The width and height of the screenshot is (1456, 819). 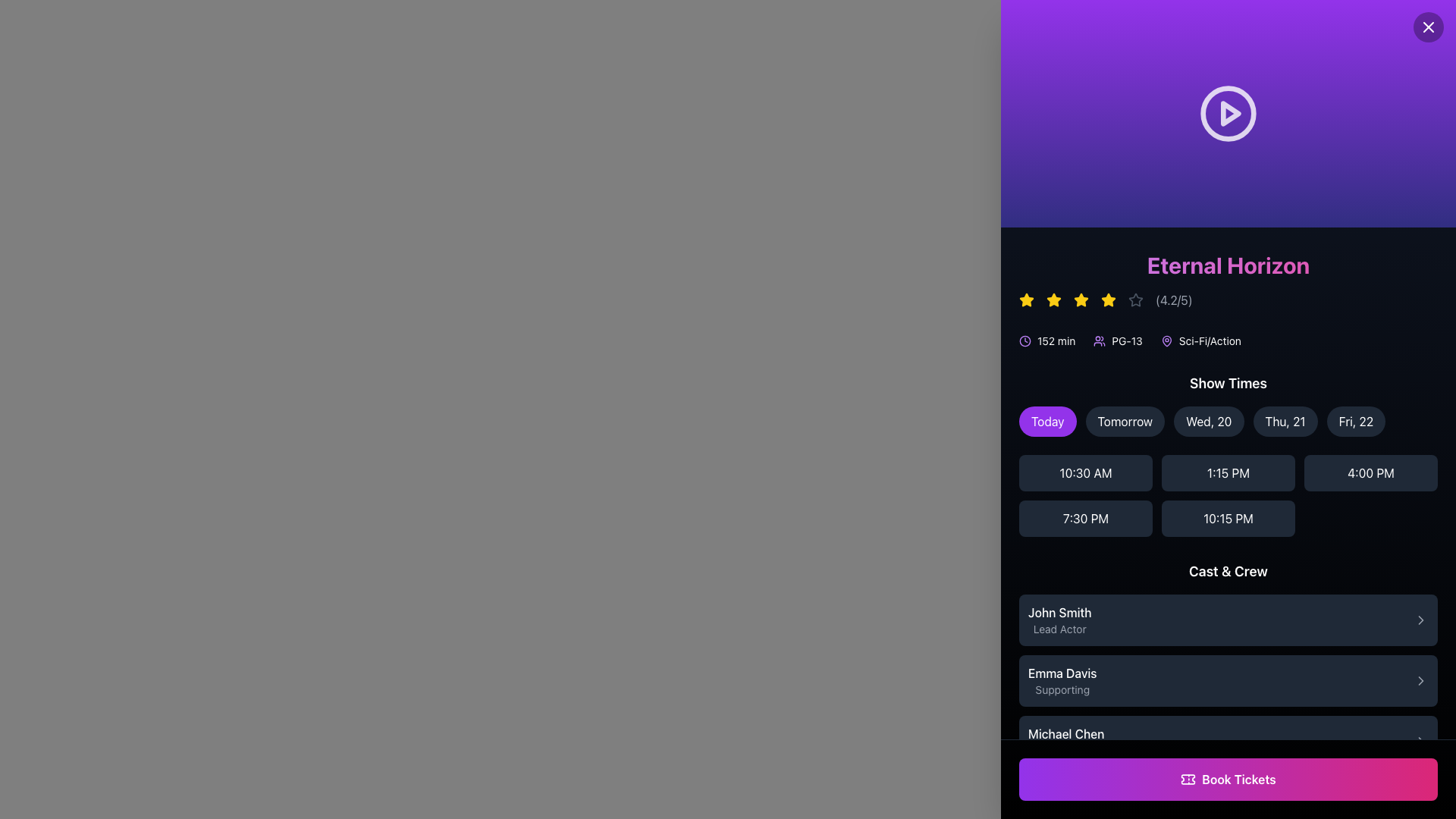 I want to click on the button labeled 'Wed, 20', so click(x=1208, y=421).